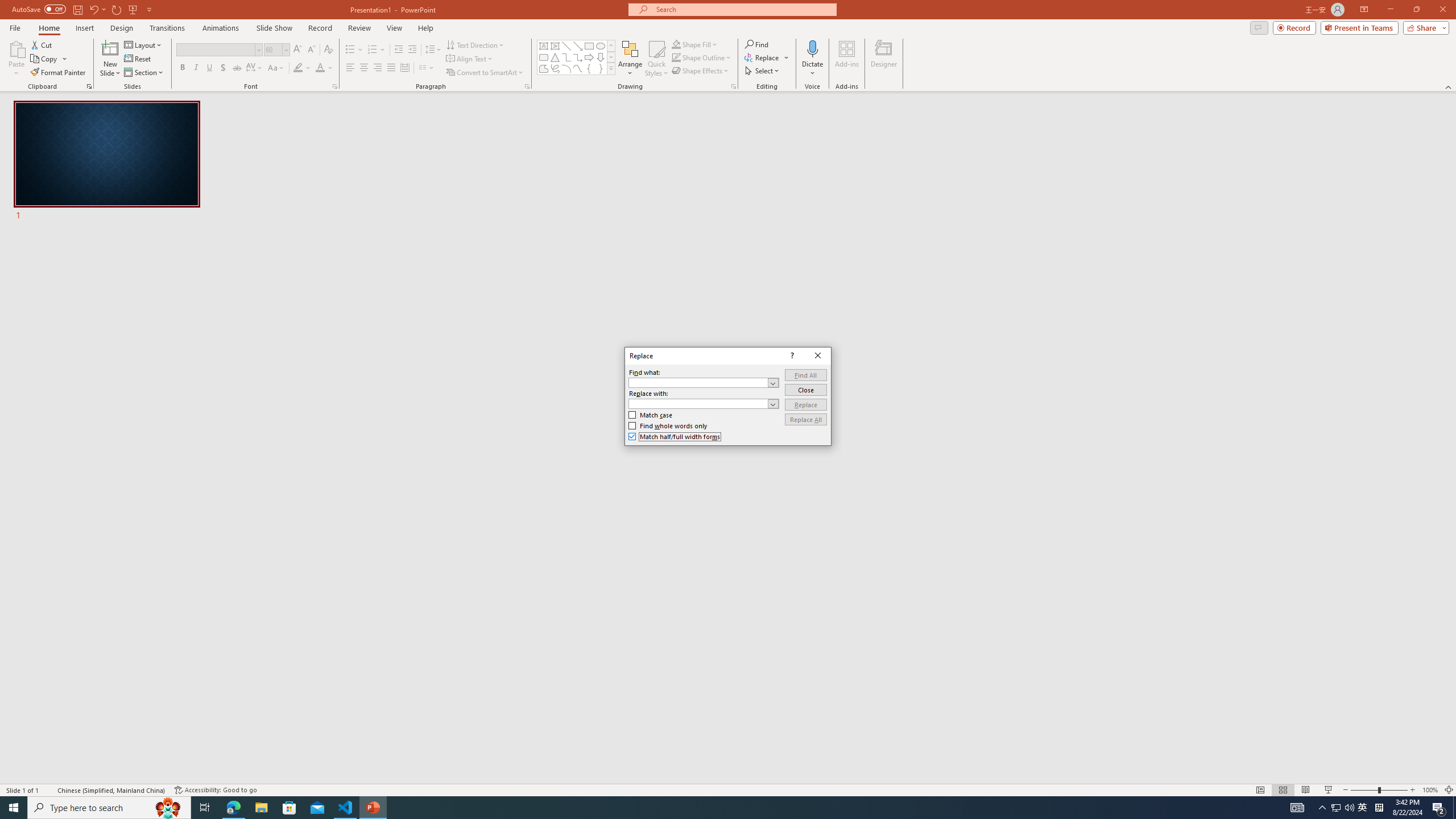  I want to click on 'Match half/full width forms', so click(675, 436).